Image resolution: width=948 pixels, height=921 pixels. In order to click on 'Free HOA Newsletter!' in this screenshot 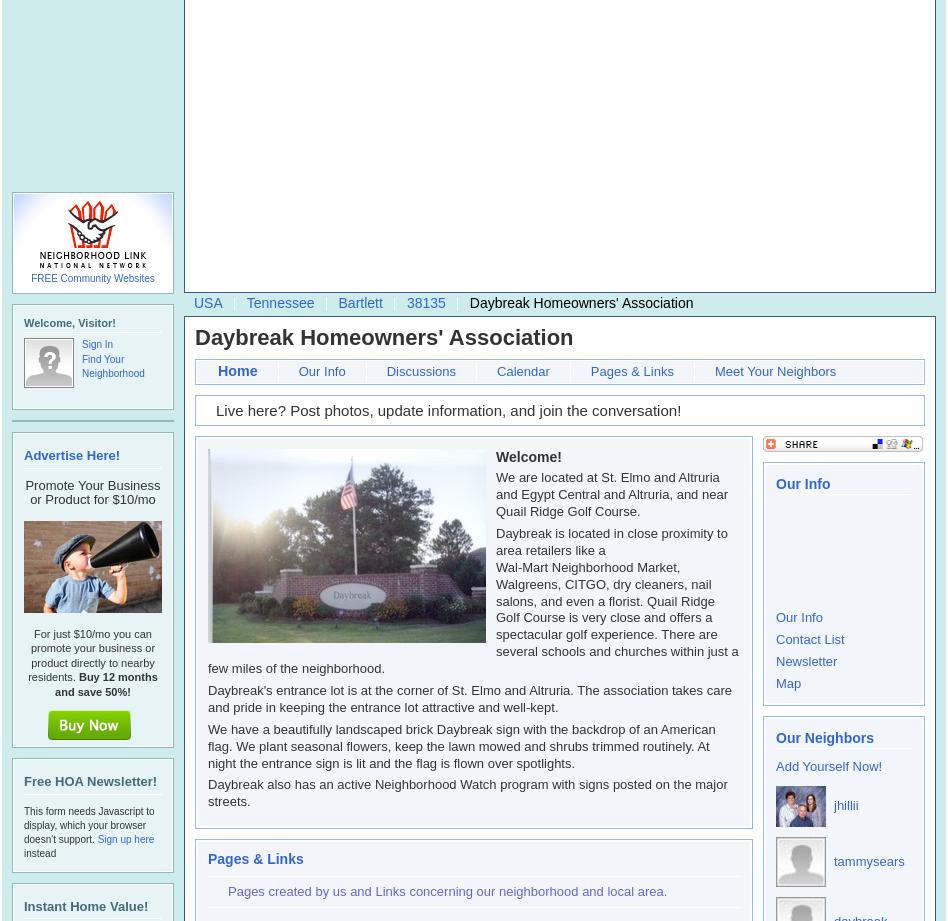, I will do `click(90, 780)`.